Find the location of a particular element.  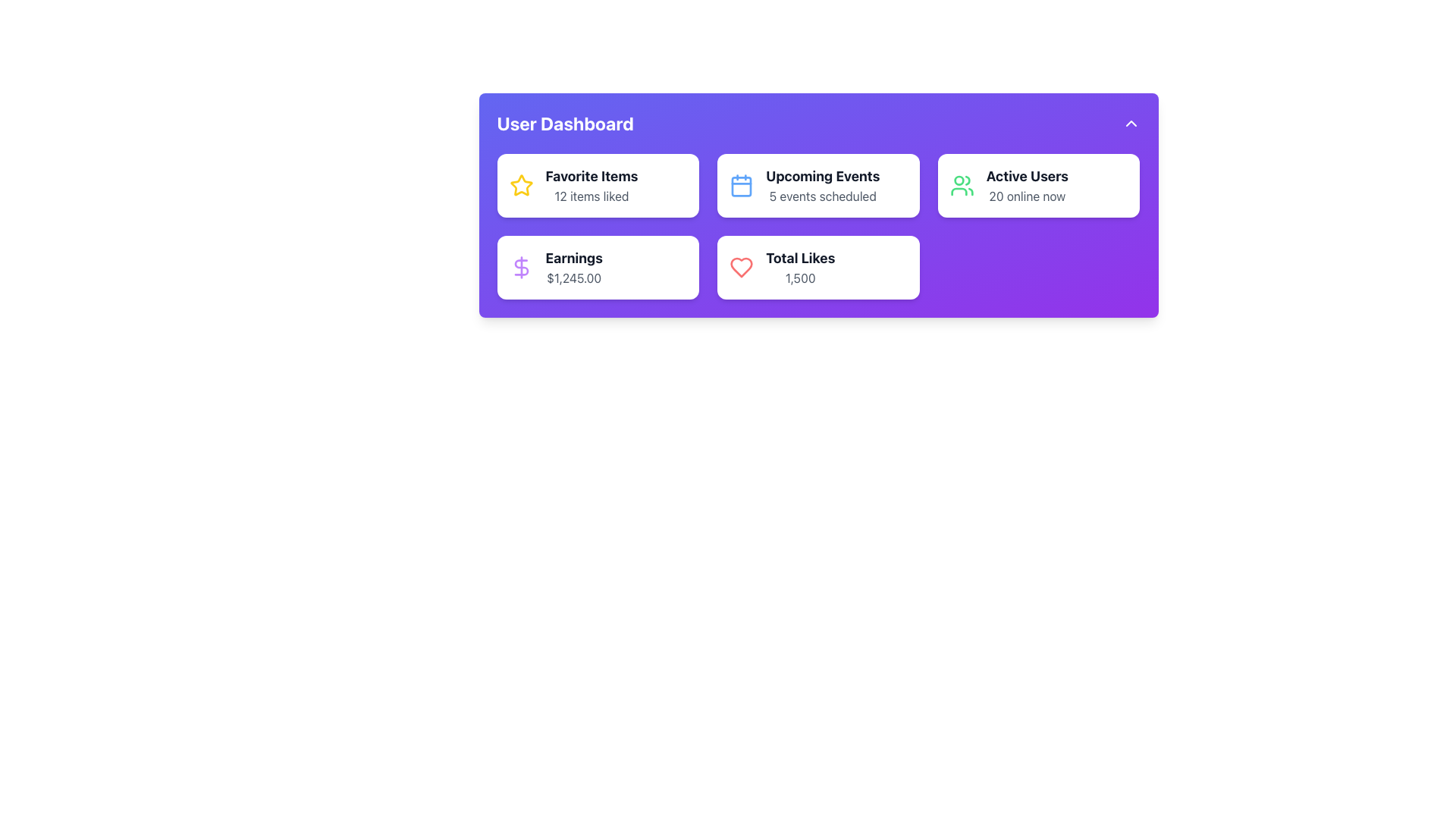

the blue calendar icon located in the 'Upcoming Events' card, adjacent to the label '5 events scheduled' is located at coordinates (742, 185).